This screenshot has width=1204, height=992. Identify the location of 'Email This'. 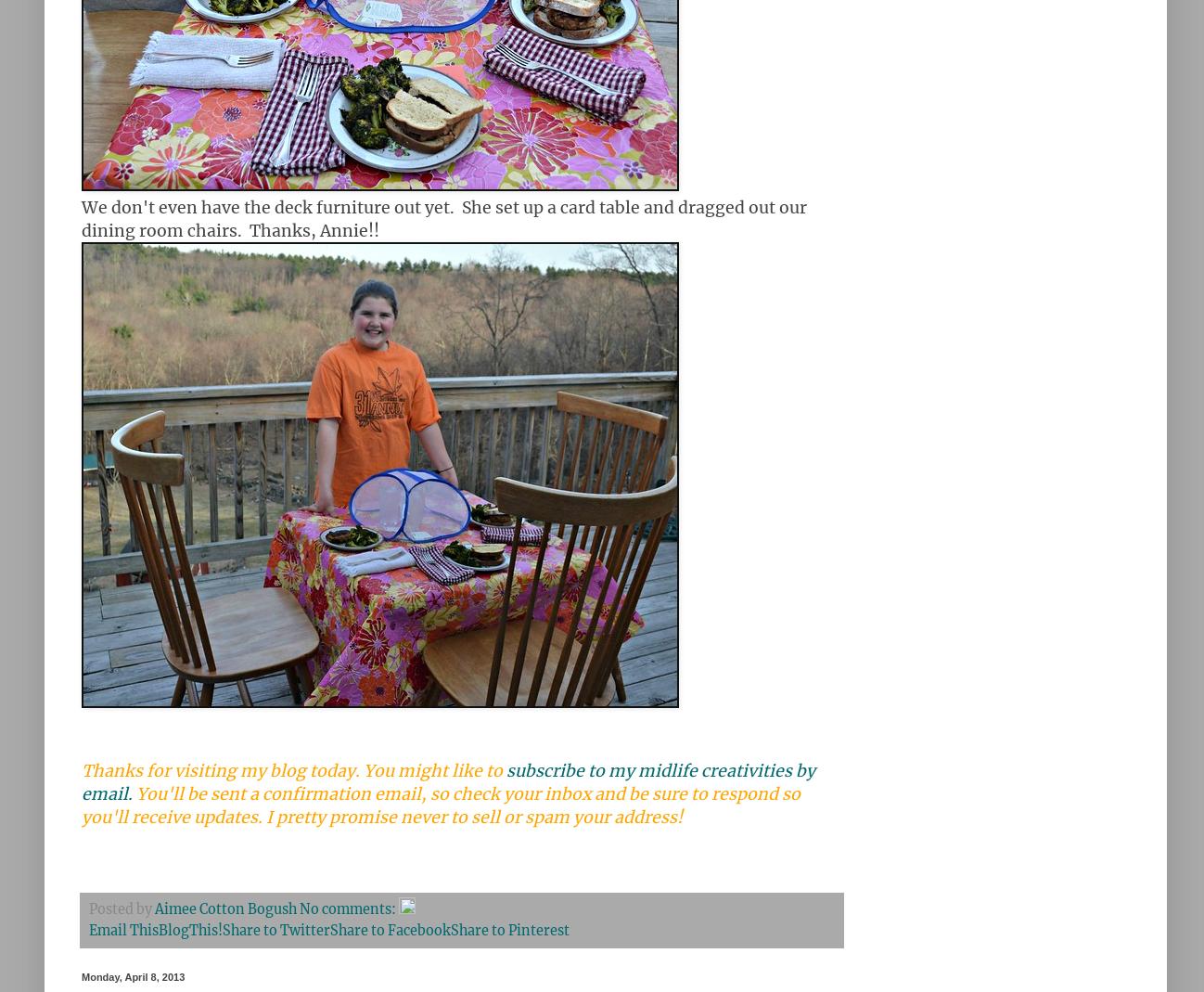
(122, 931).